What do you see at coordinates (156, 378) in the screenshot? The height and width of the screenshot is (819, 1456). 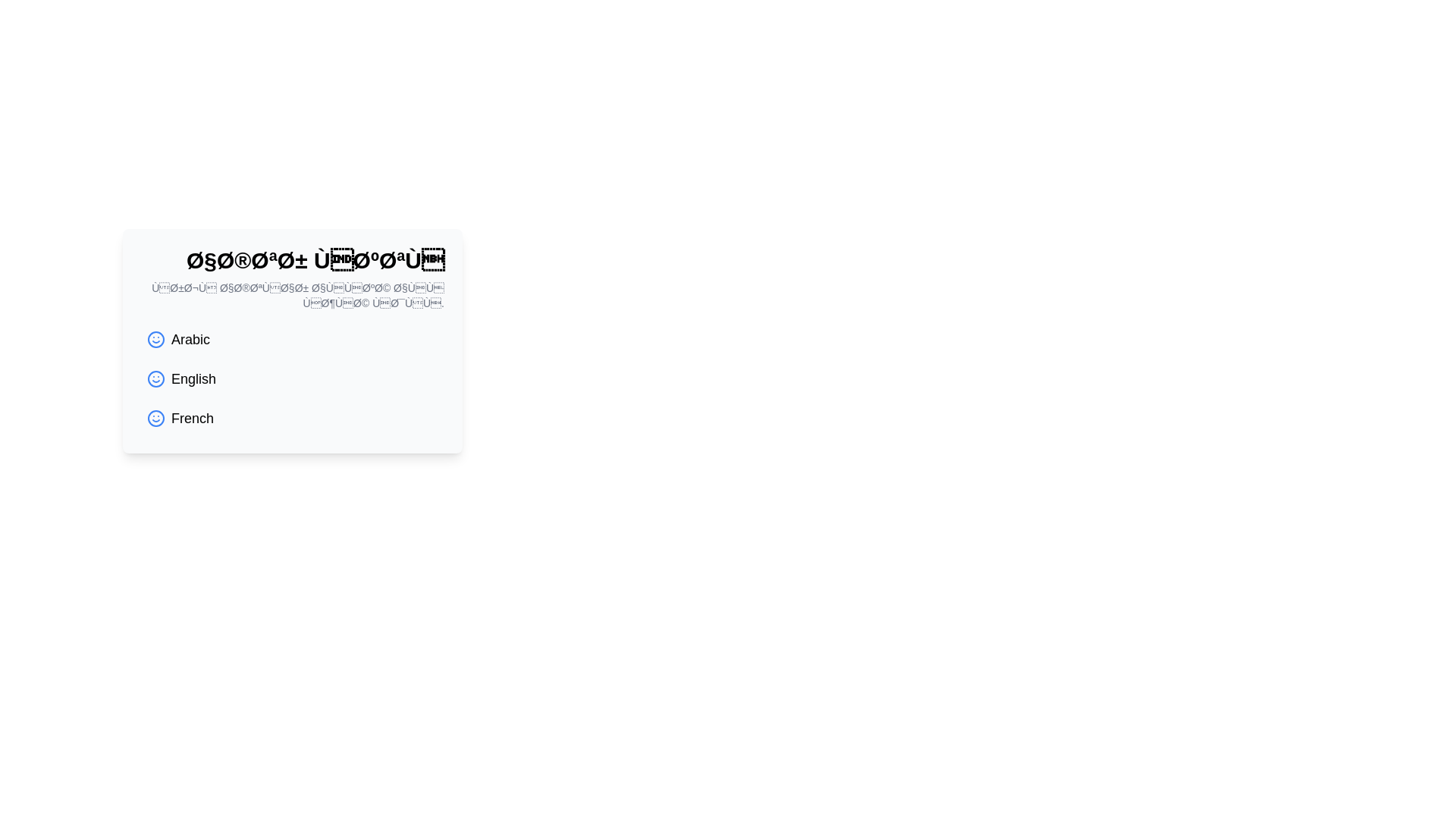 I see `the decorative circle within the smiley face icon representing the 'English' language choice` at bounding box center [156, 378].